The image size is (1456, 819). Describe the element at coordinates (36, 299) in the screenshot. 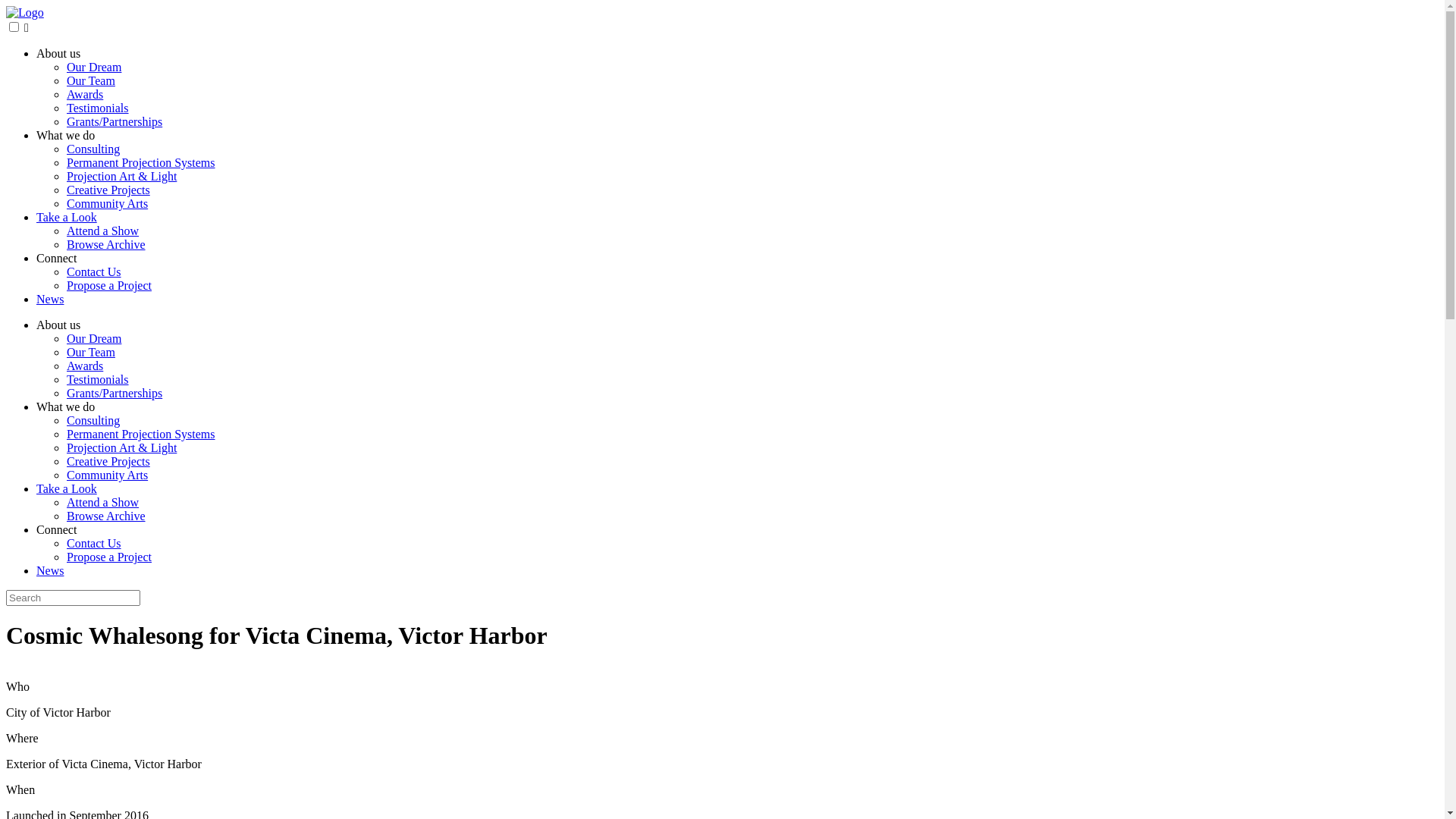

I see `'News'` at that location.